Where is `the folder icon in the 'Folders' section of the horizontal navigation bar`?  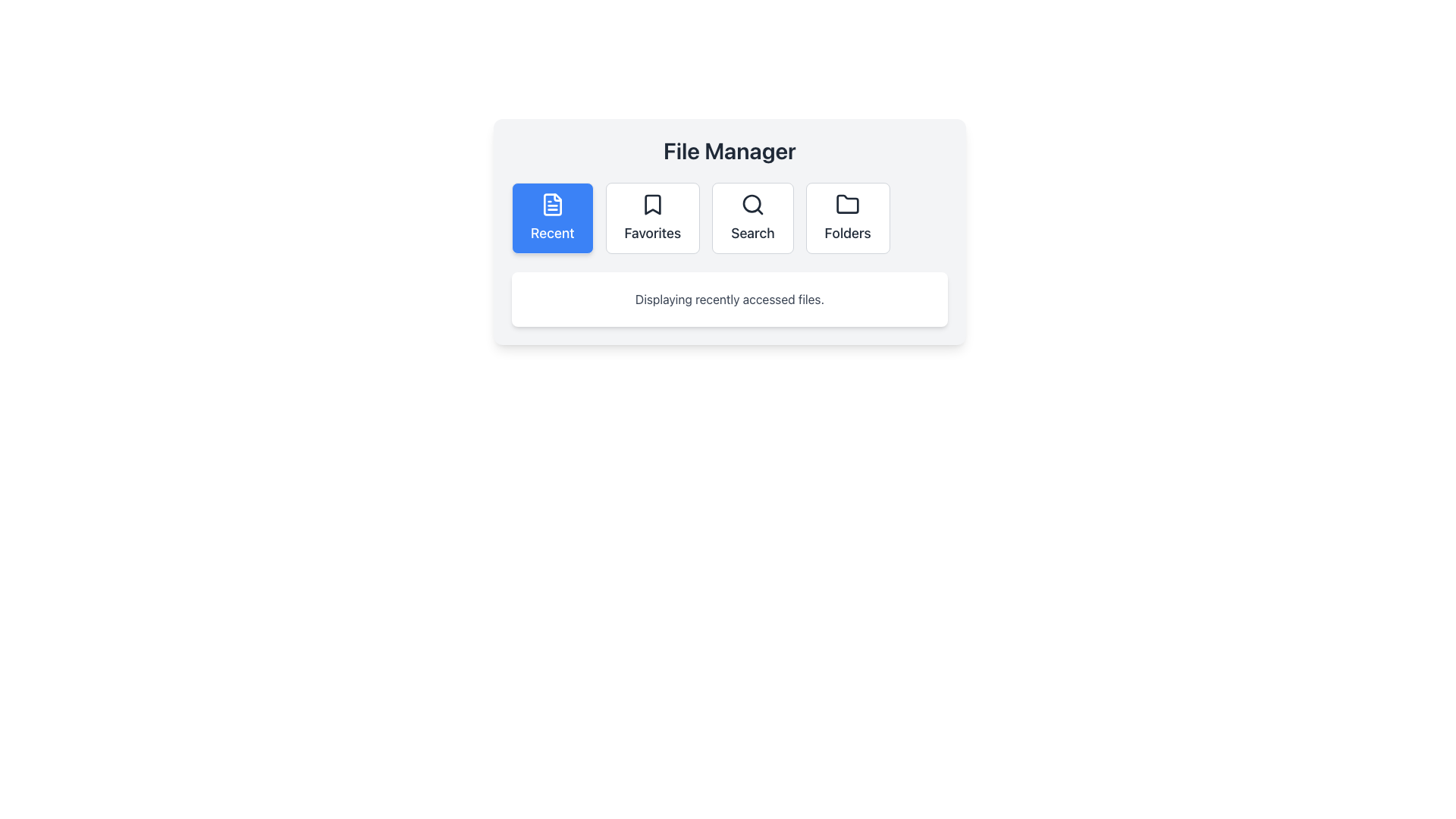 the folder icon in the 'Folders' section of the horizontal navigation bar is located at coordinates (847, 203).